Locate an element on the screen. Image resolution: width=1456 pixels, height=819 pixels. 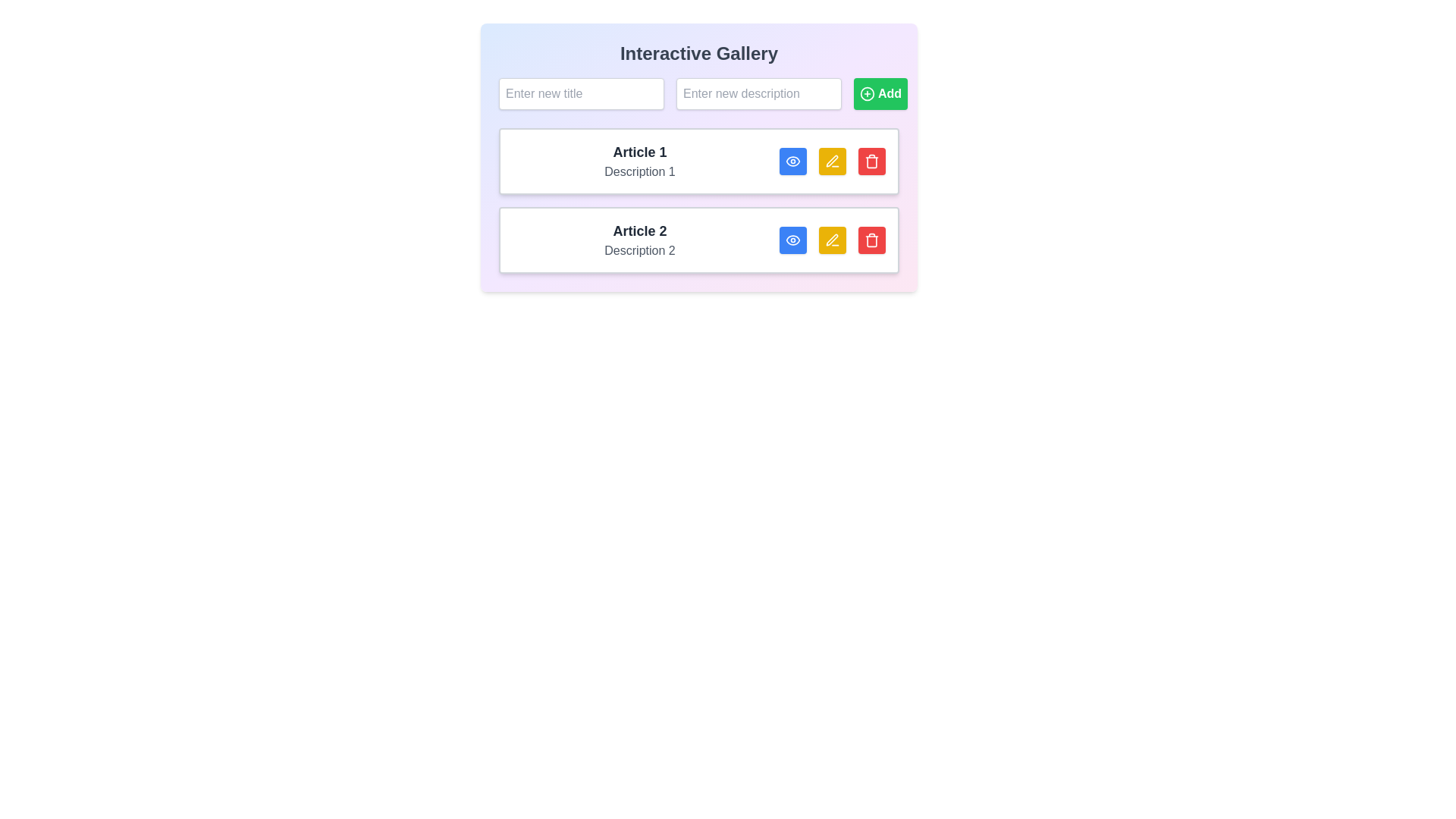
text content of the label displaying 'Description 1' in gray, located below 'Article 1' in the first card of the Interactive Gallery interface is located at coordinates (640, 171).